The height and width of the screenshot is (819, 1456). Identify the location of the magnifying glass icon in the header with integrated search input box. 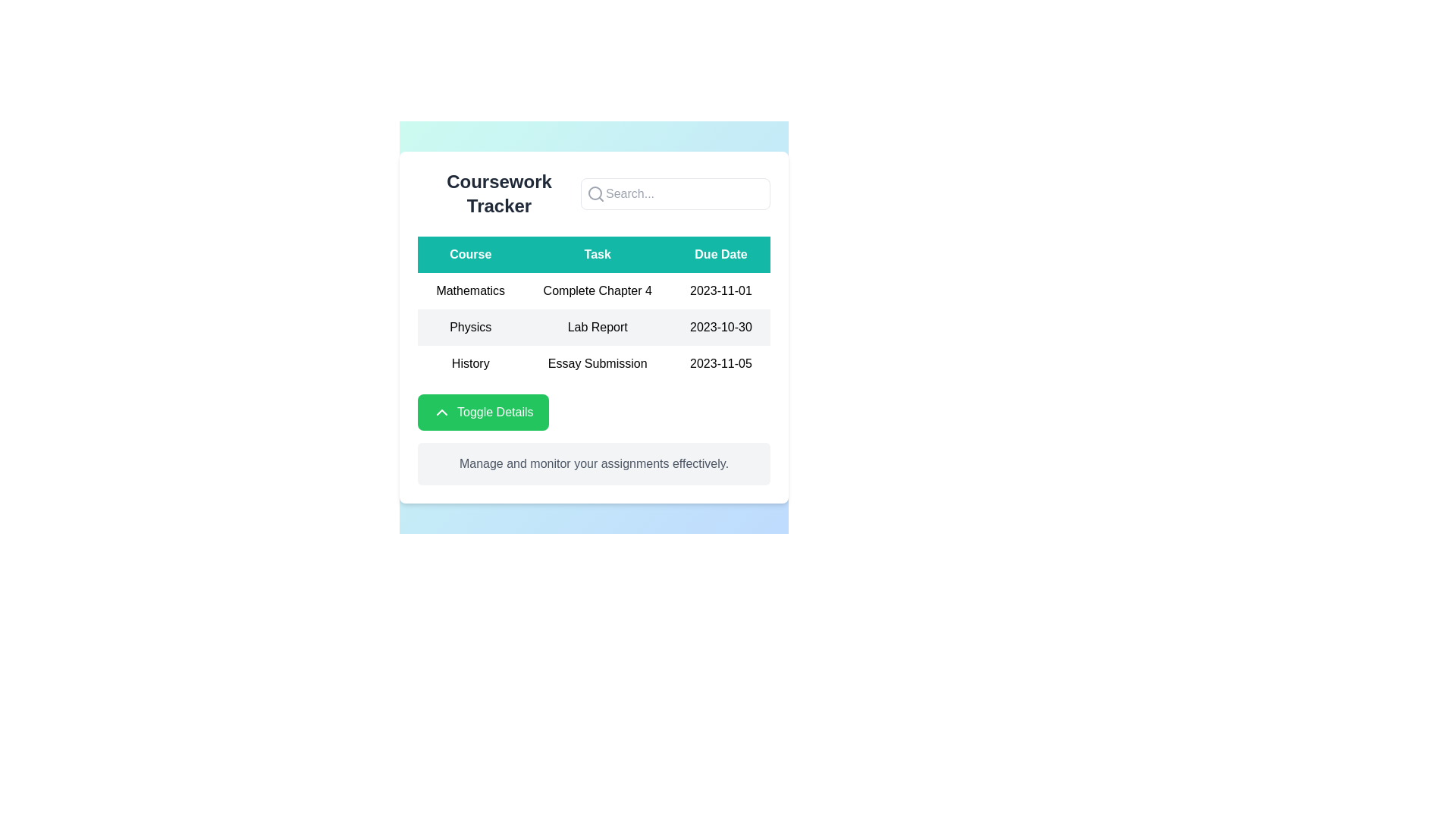
(593, 193).